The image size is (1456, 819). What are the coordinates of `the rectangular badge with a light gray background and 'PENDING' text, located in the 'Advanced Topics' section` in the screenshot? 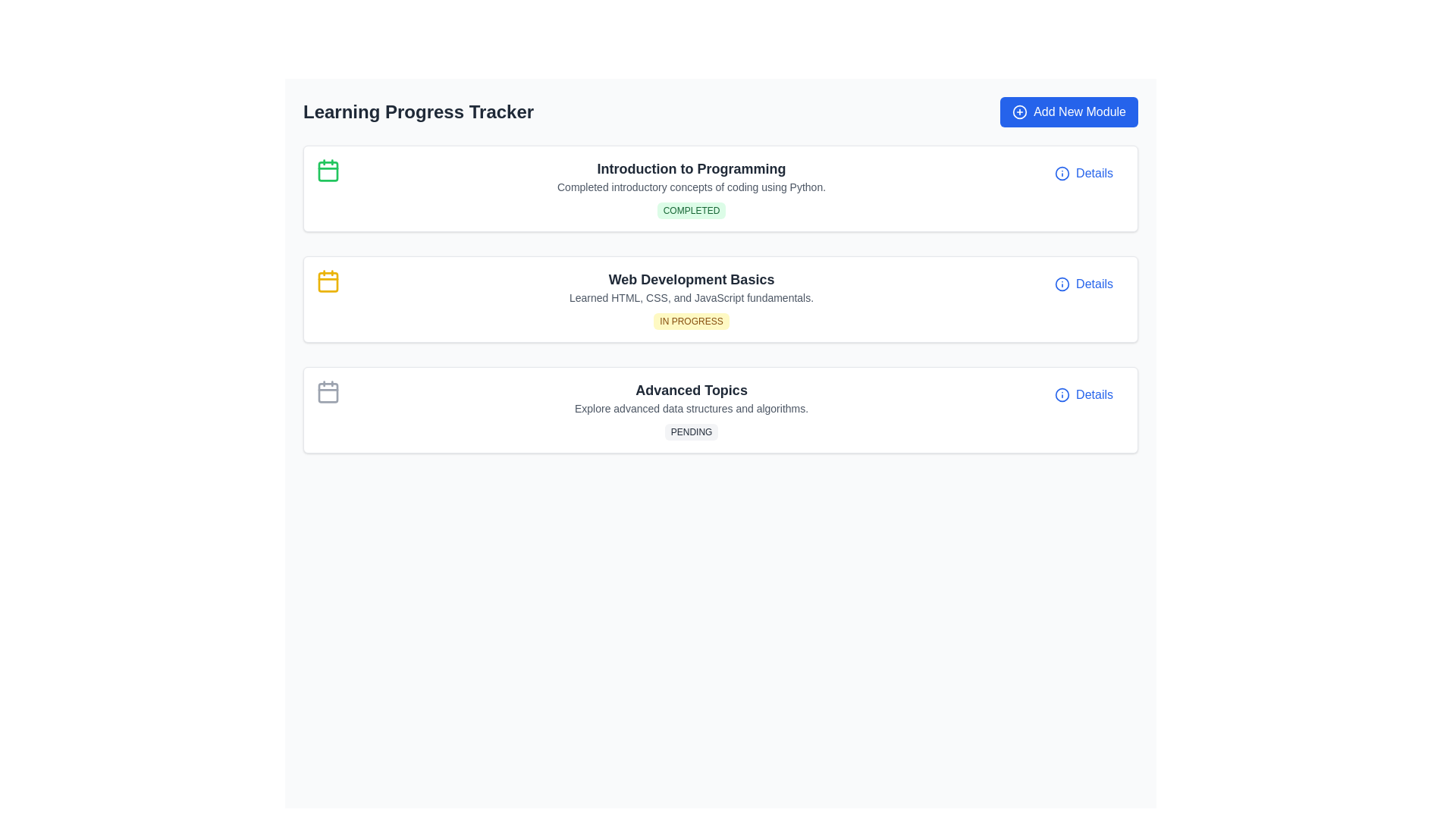 It's located at (691, 432).